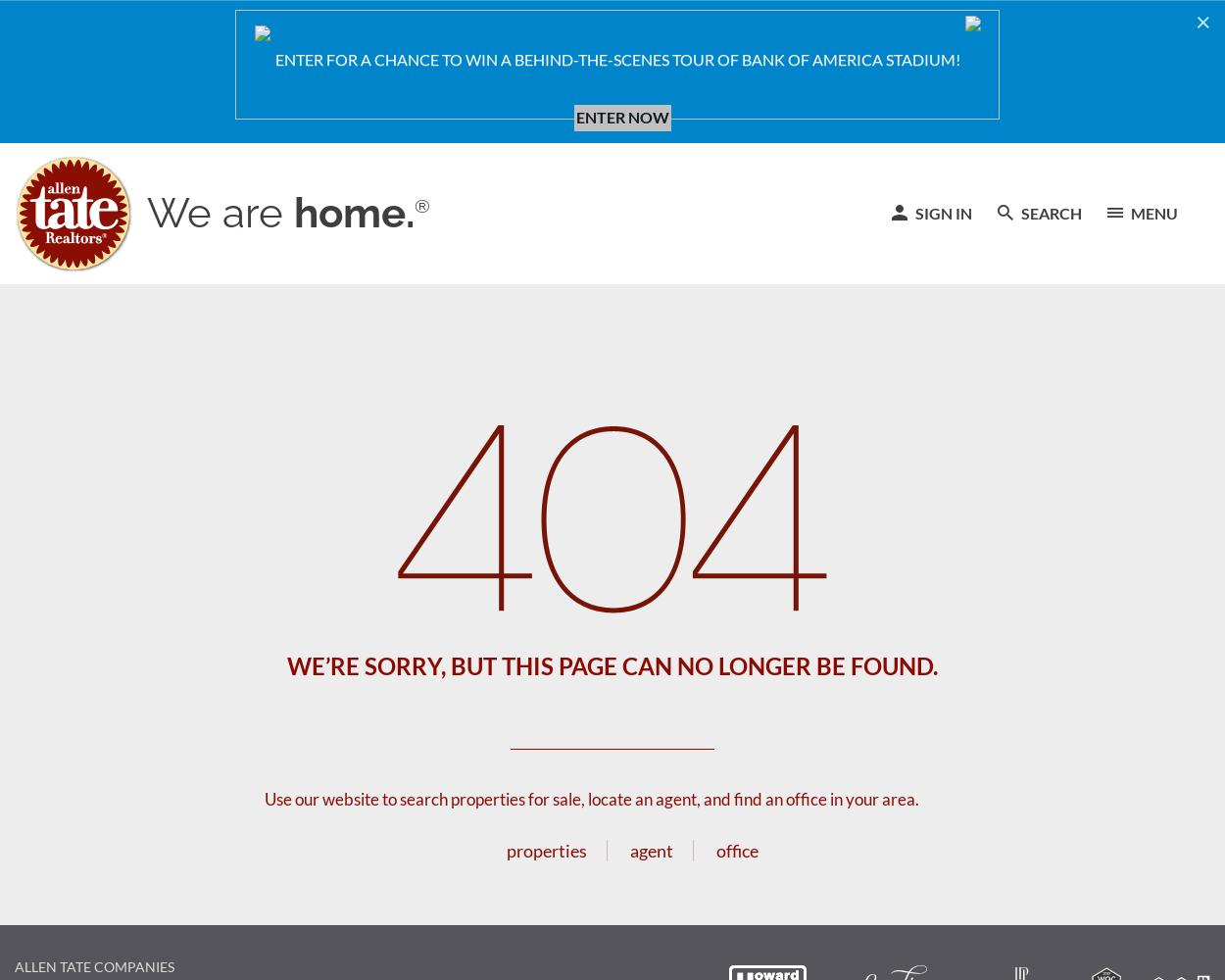 The image size is (1225, 980). I want to click on 'Allen Tate Companies', so click(93, 965).